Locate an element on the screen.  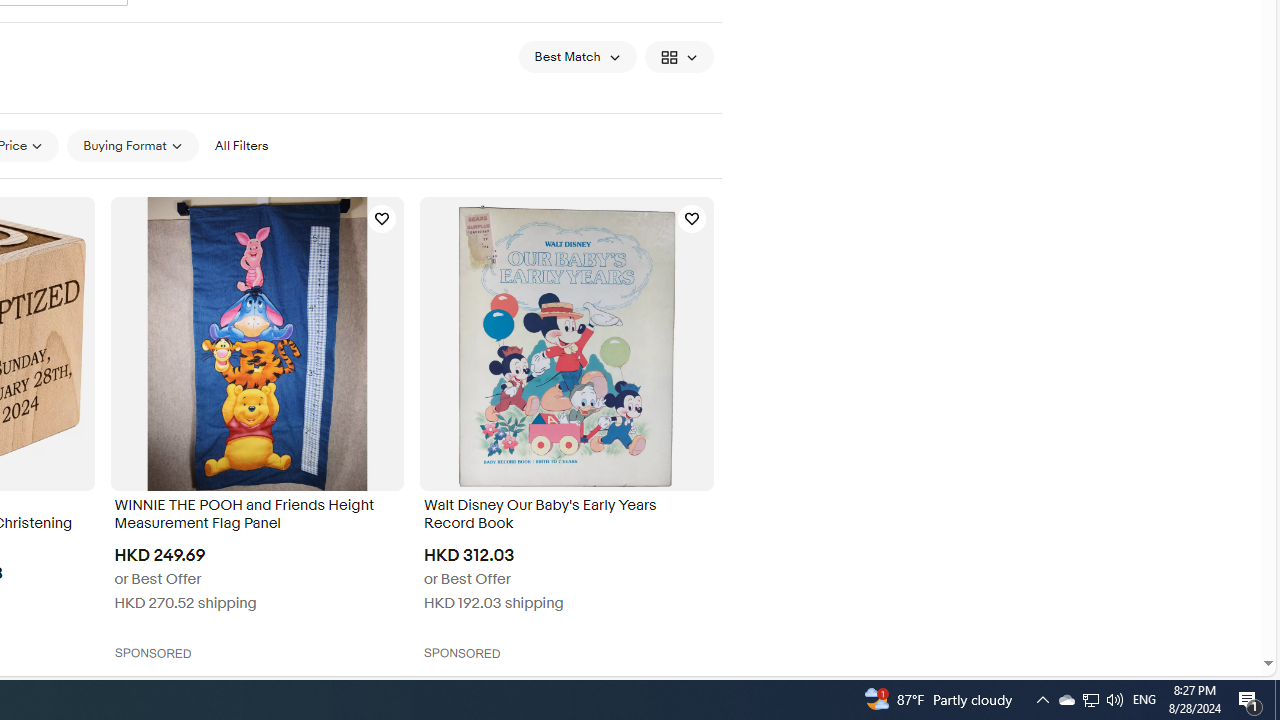
'All Filters' is located at coordinates (240, 145).